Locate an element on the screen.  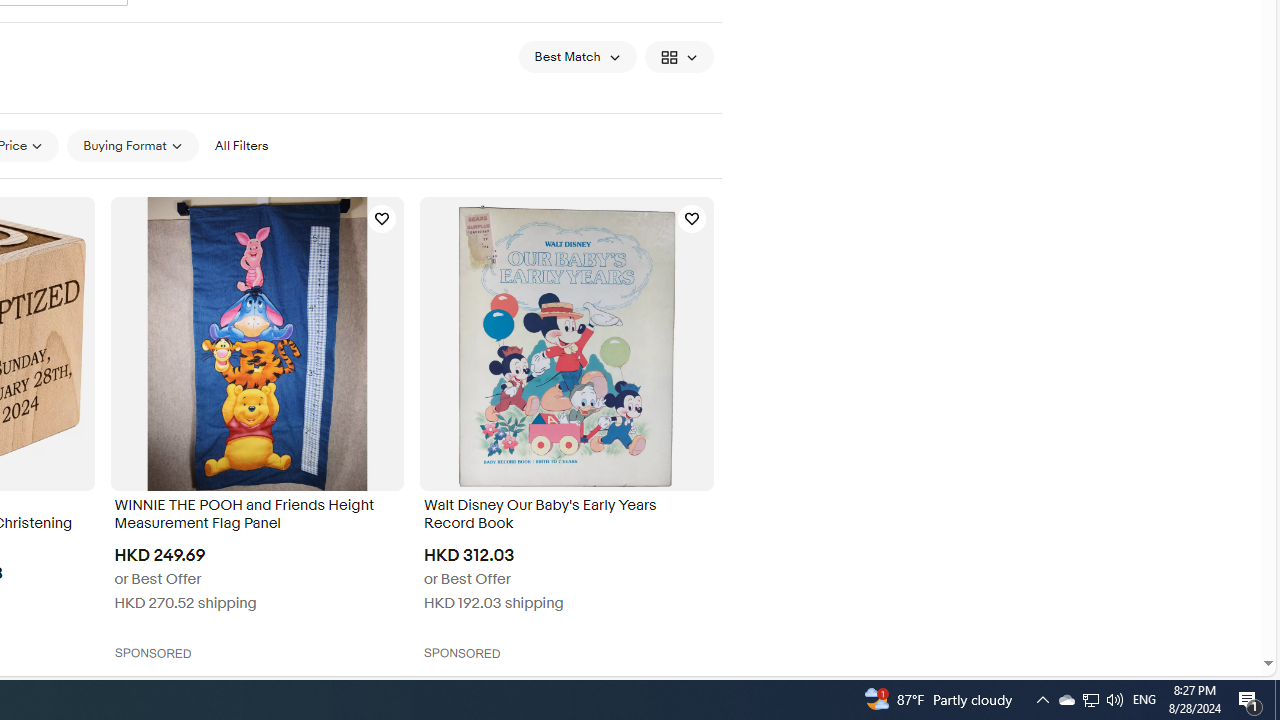
'All Filters' is located at coordinates (240, 145).